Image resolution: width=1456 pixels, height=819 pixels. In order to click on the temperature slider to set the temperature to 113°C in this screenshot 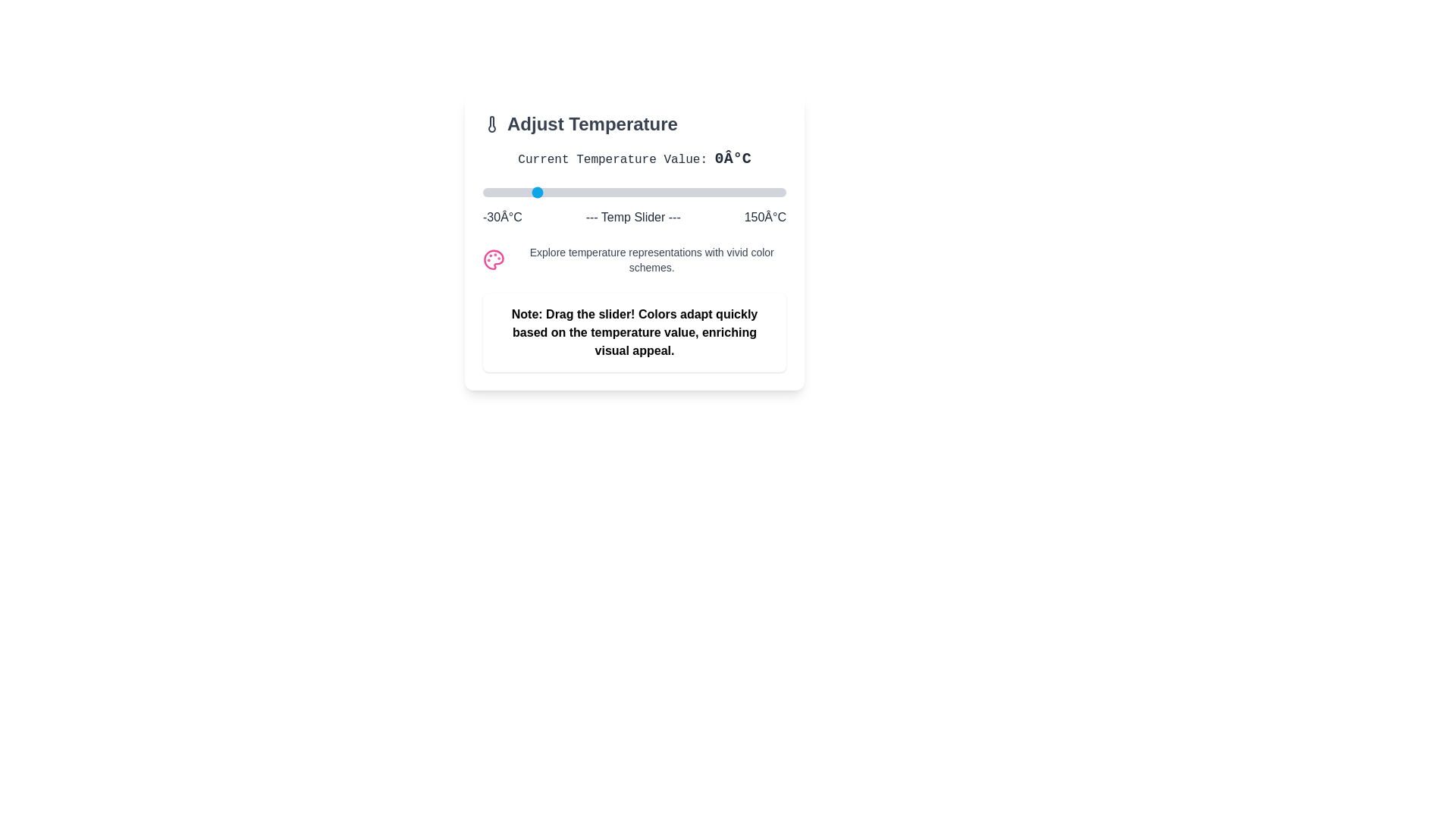, I will do `click(723, 192)`.